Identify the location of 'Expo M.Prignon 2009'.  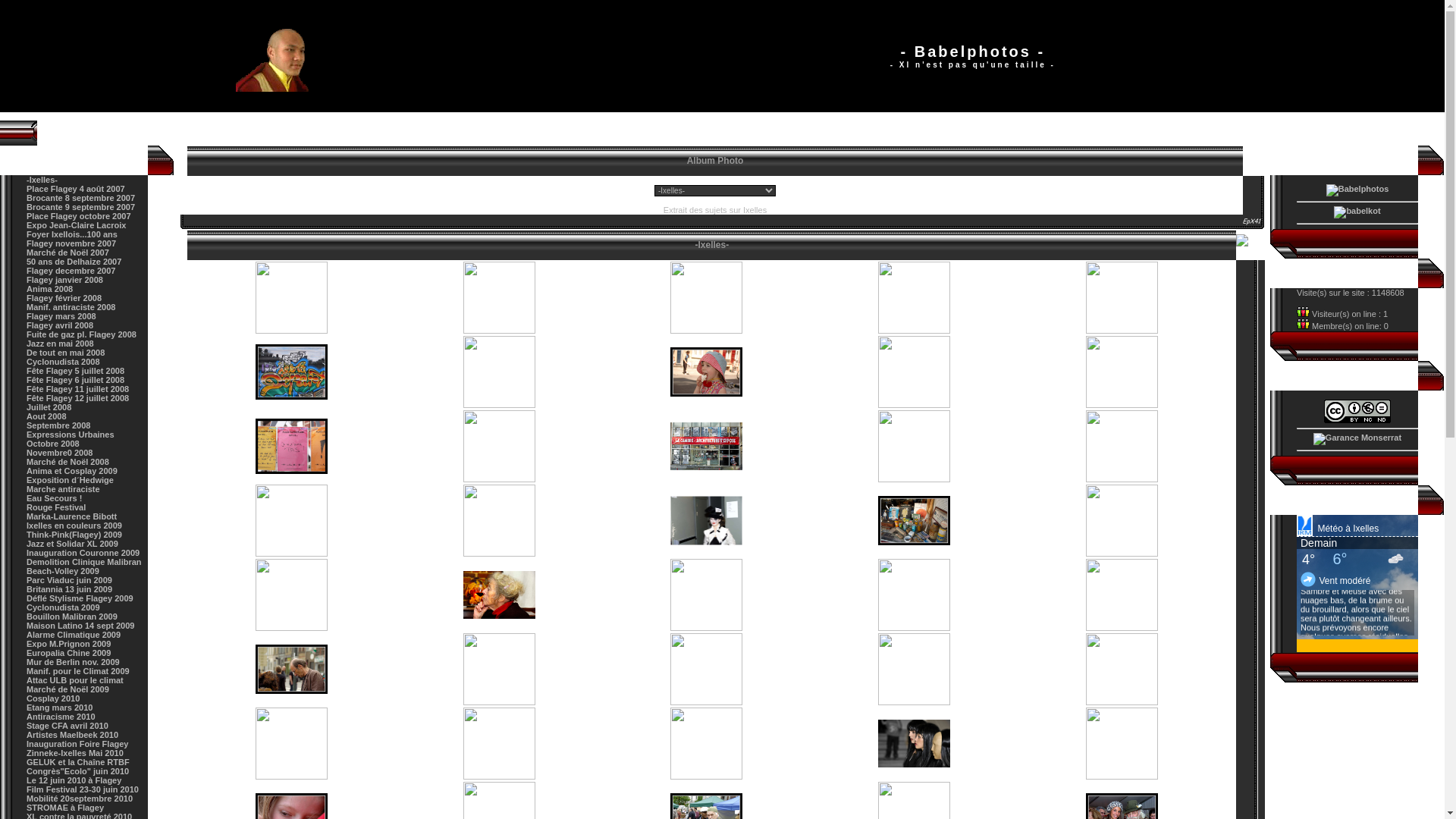
(67, 643).